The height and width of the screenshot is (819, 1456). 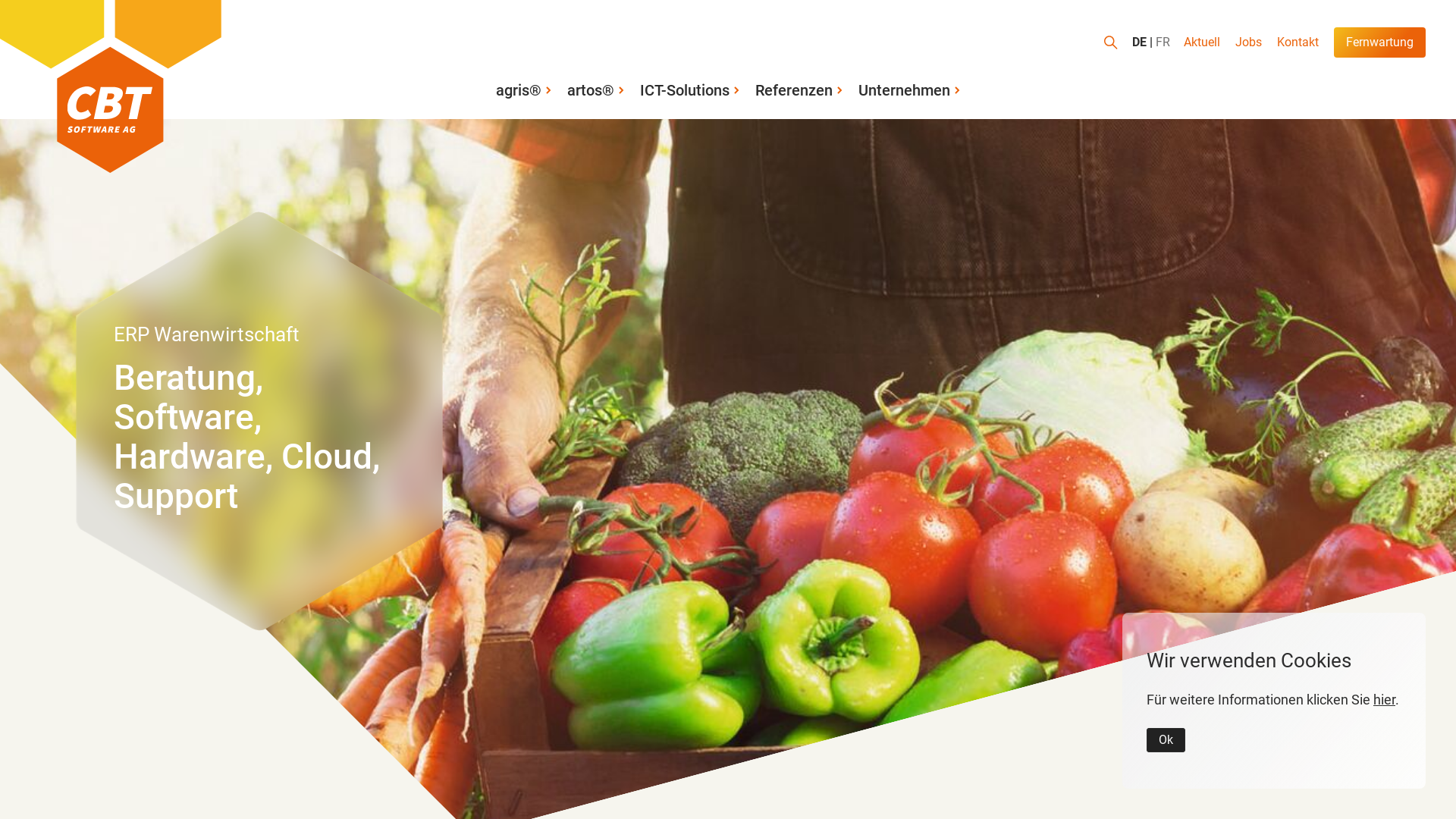 What do you see at coordinates (1248, 42) in the screenshot?
I see `'Jobs'` at bounding box center [1248, 42].